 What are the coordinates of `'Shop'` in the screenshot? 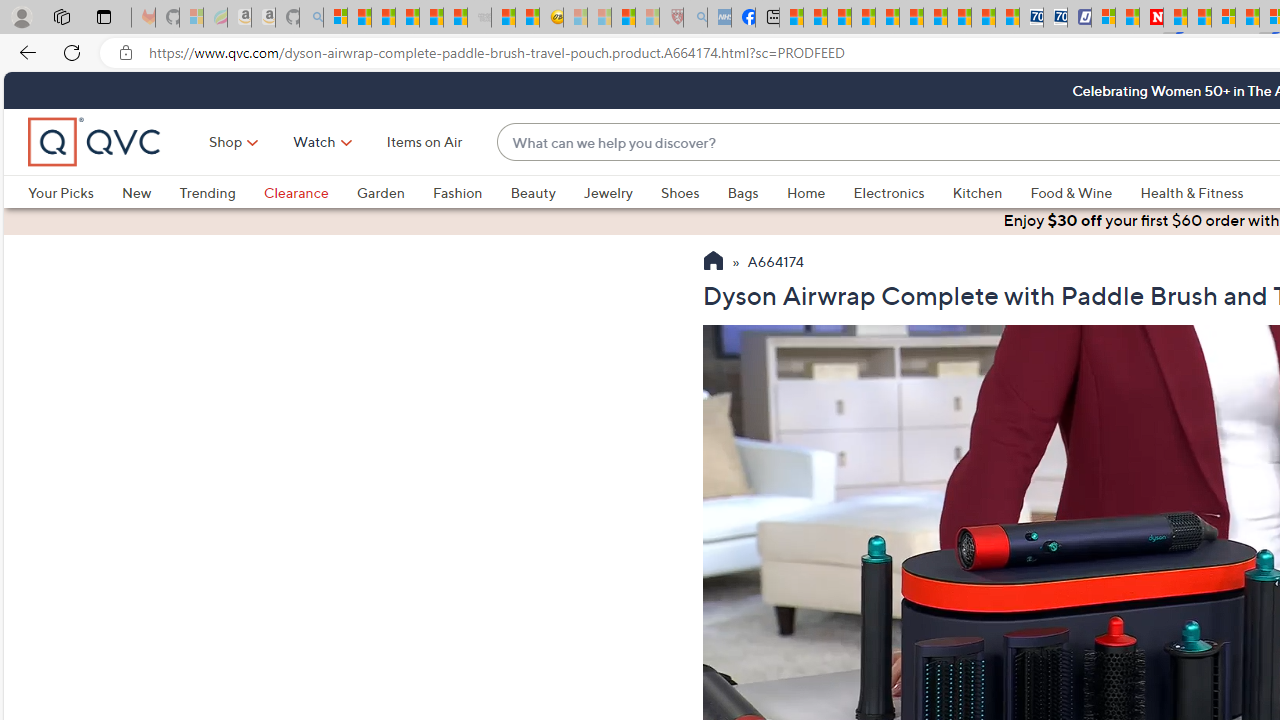 It's located at (227, 140).